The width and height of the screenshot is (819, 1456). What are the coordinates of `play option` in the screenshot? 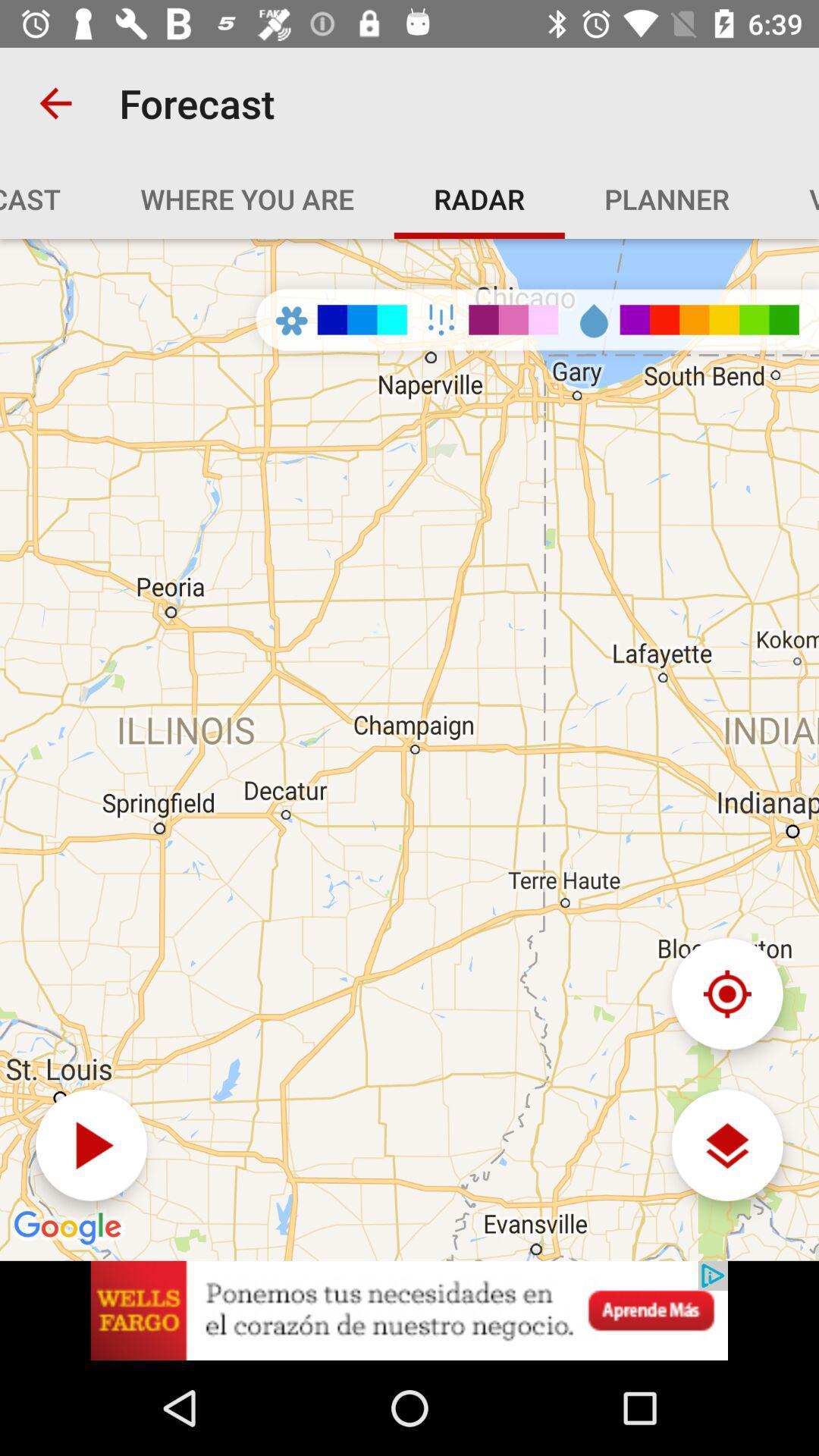 It's located at (91, 1145).